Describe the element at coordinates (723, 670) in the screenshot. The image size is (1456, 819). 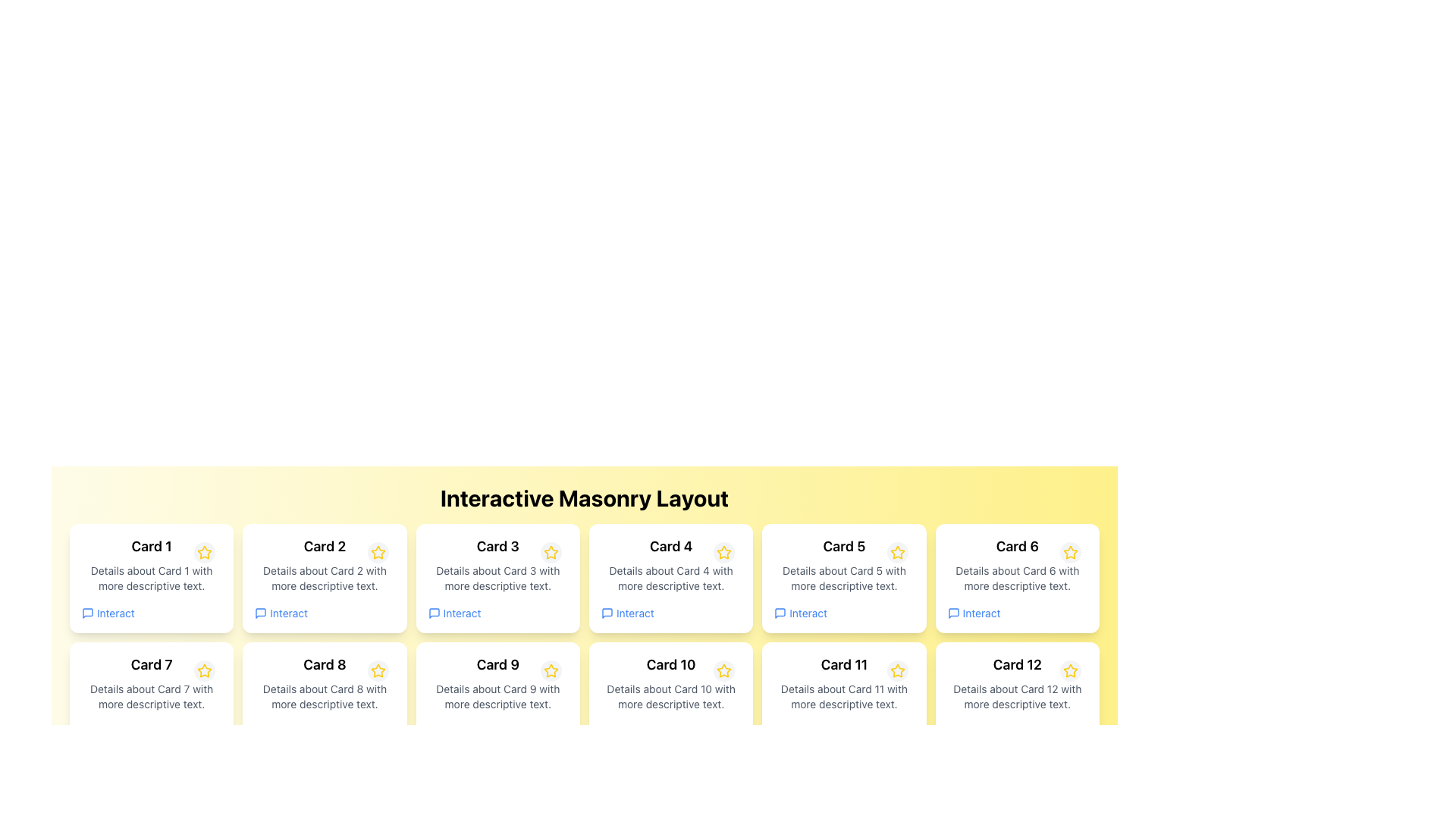
I see `the star icon located at the top right corner of 'Card 10' to favorite or unfavorite the card` at that location.